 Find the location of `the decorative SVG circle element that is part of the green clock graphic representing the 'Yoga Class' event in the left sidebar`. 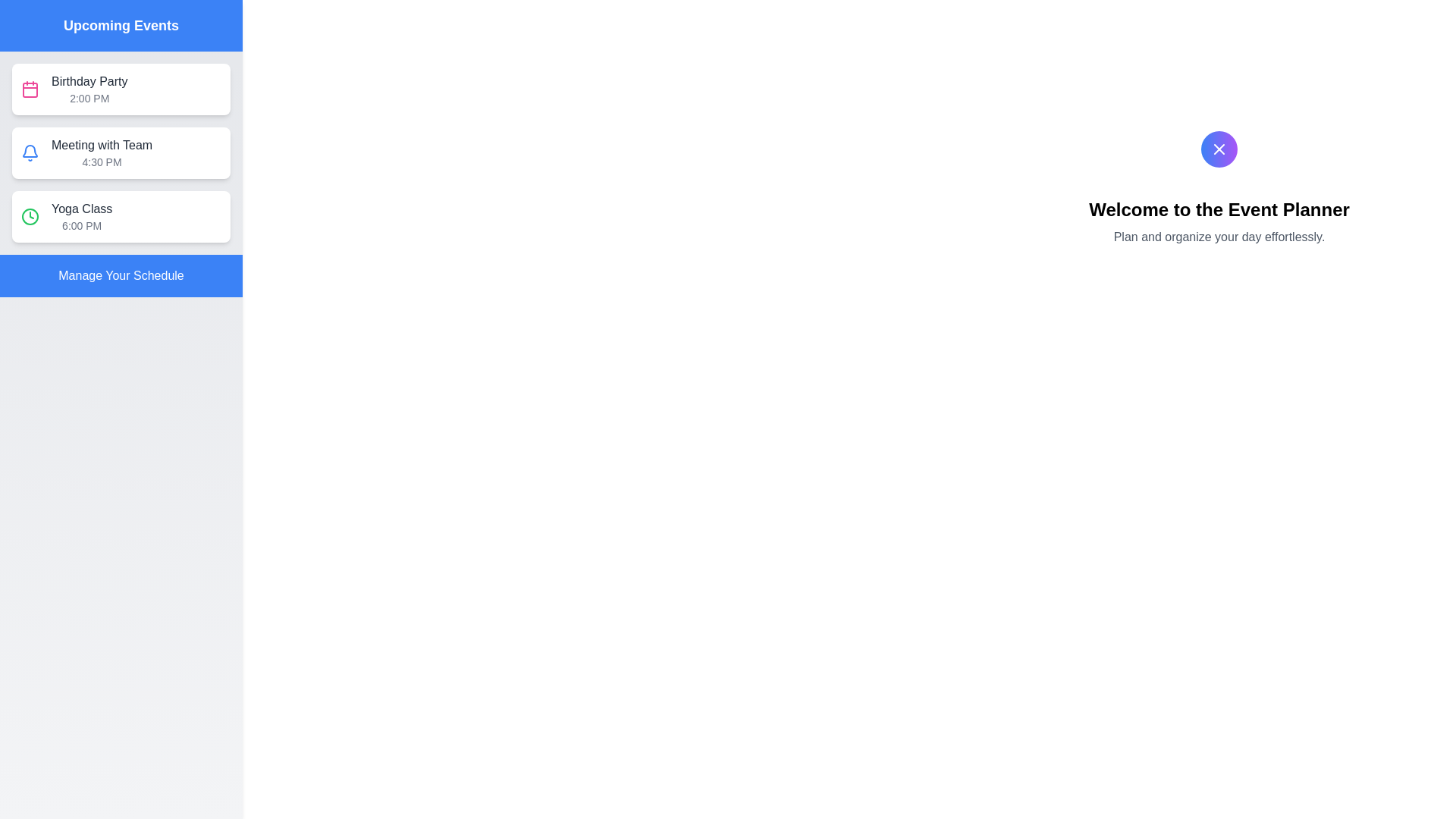

the decorative SVG circle element that is part of the green clock graphic representing the 'Yoga Class' event in the left sidebar is located at coordinates (30, 216).